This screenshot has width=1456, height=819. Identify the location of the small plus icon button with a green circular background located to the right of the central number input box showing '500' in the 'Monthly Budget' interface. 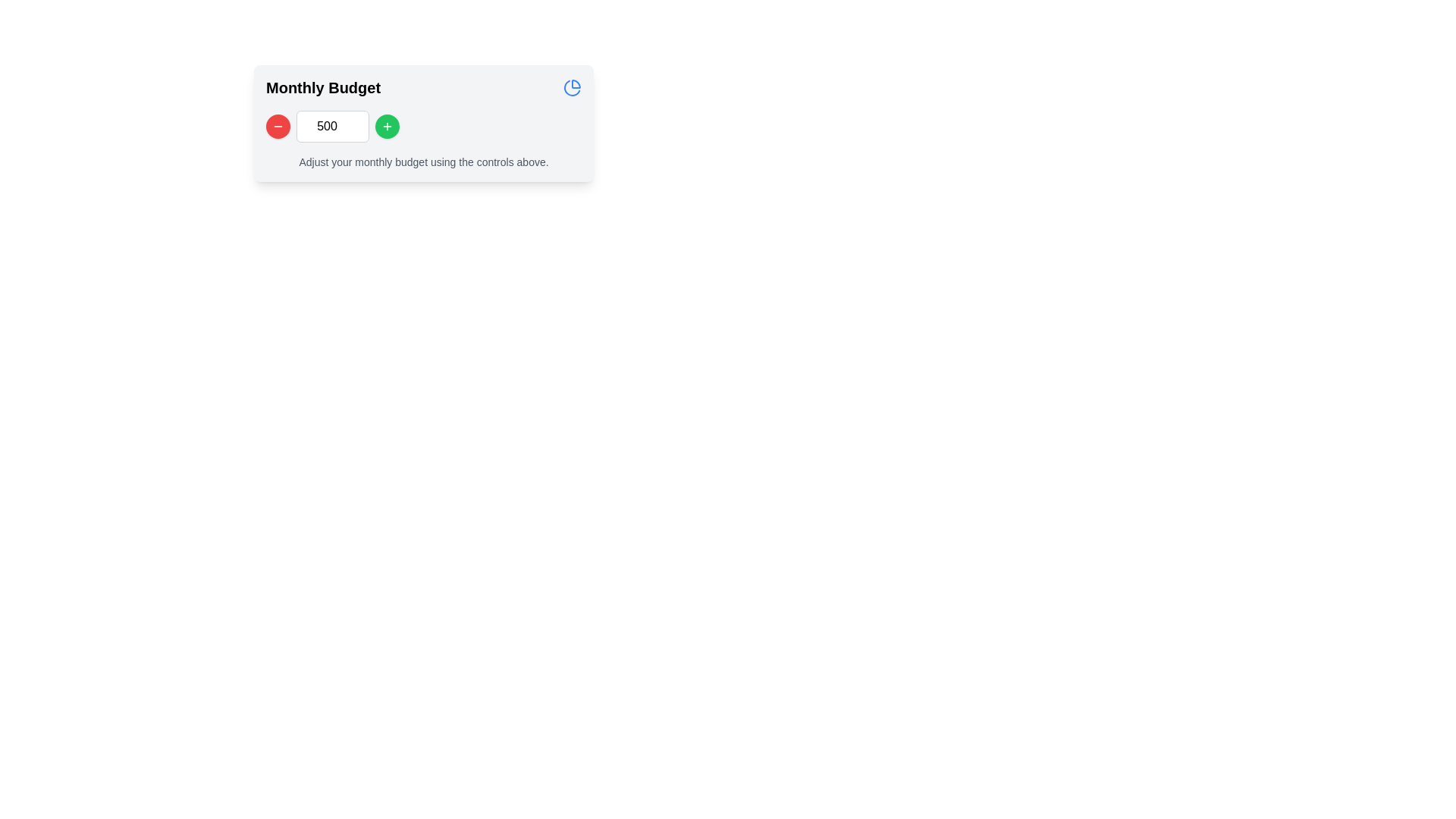
(387, 125).